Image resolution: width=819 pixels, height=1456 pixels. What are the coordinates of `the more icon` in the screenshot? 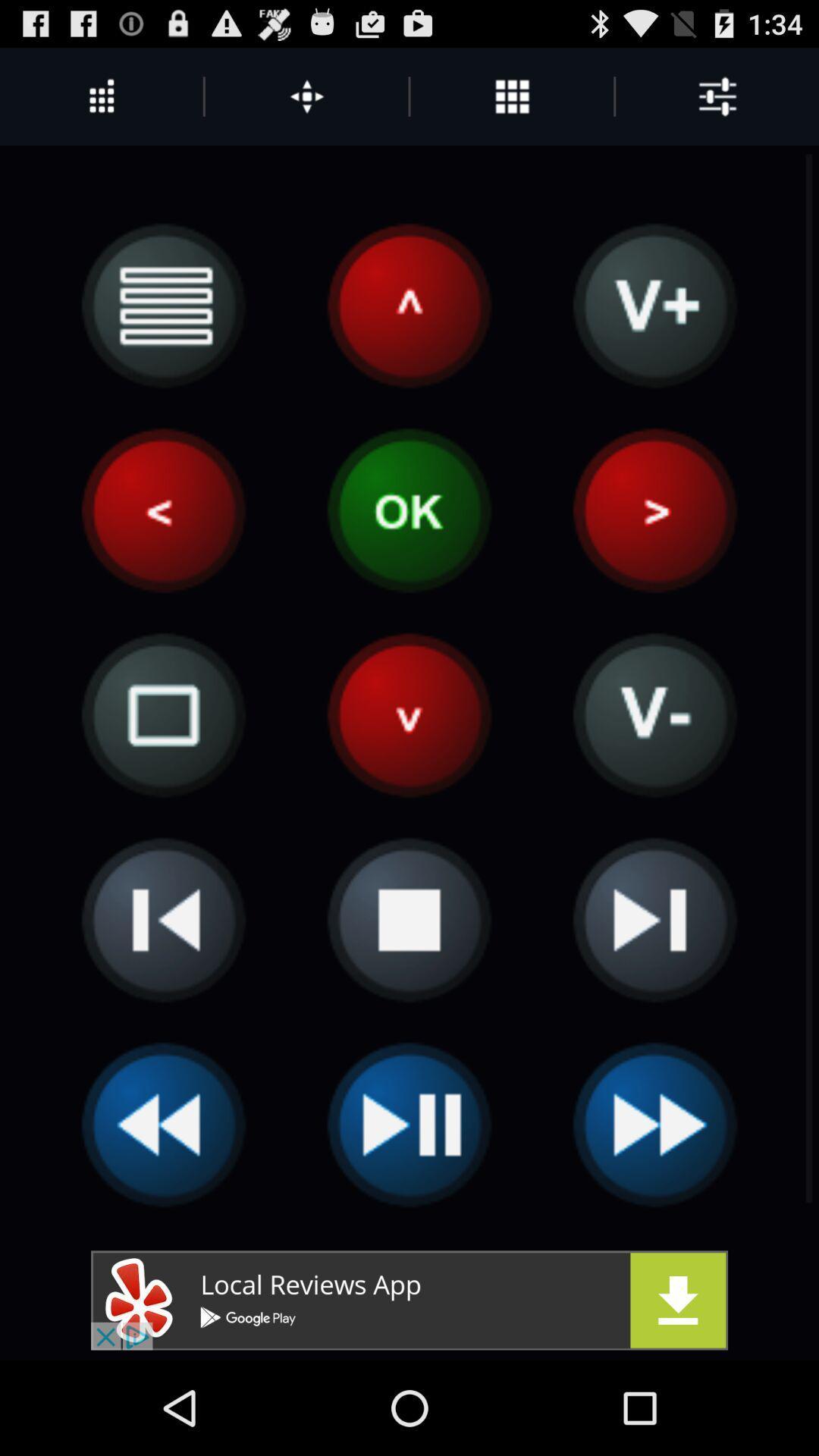 It's located at (306, 102).